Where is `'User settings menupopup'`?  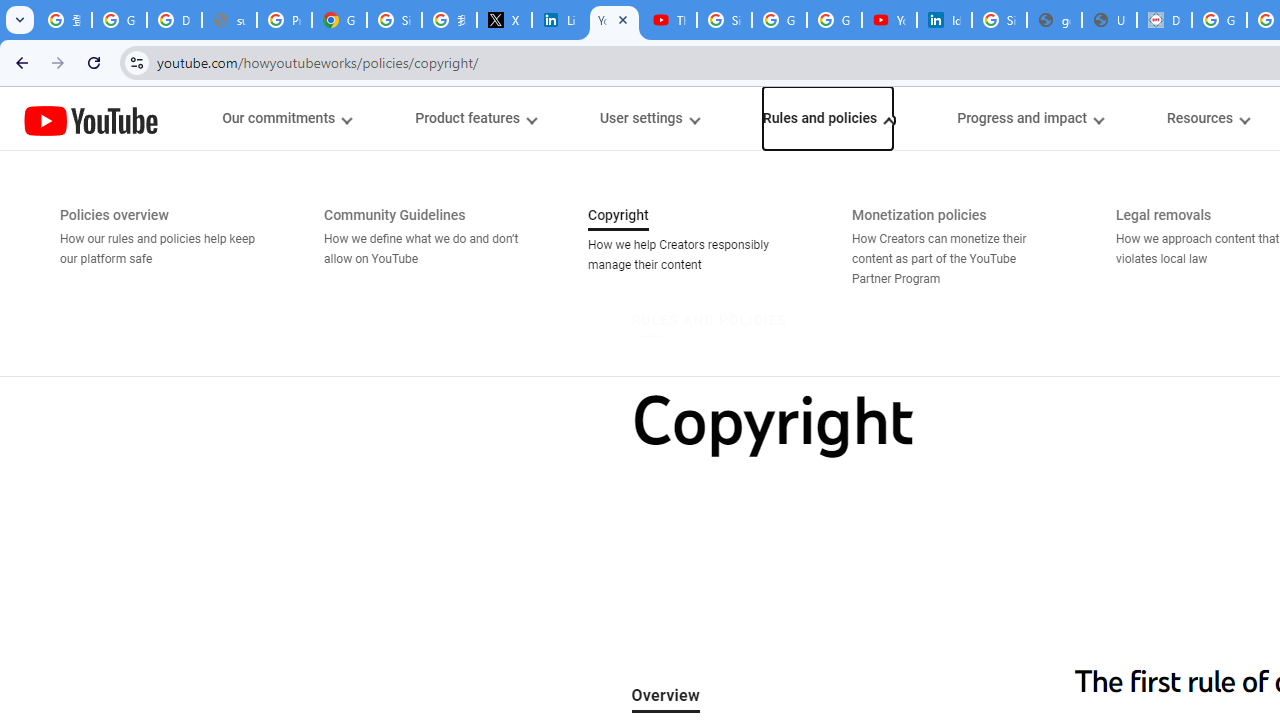
'User settings menupopup' is located at coordinates (648, 118).